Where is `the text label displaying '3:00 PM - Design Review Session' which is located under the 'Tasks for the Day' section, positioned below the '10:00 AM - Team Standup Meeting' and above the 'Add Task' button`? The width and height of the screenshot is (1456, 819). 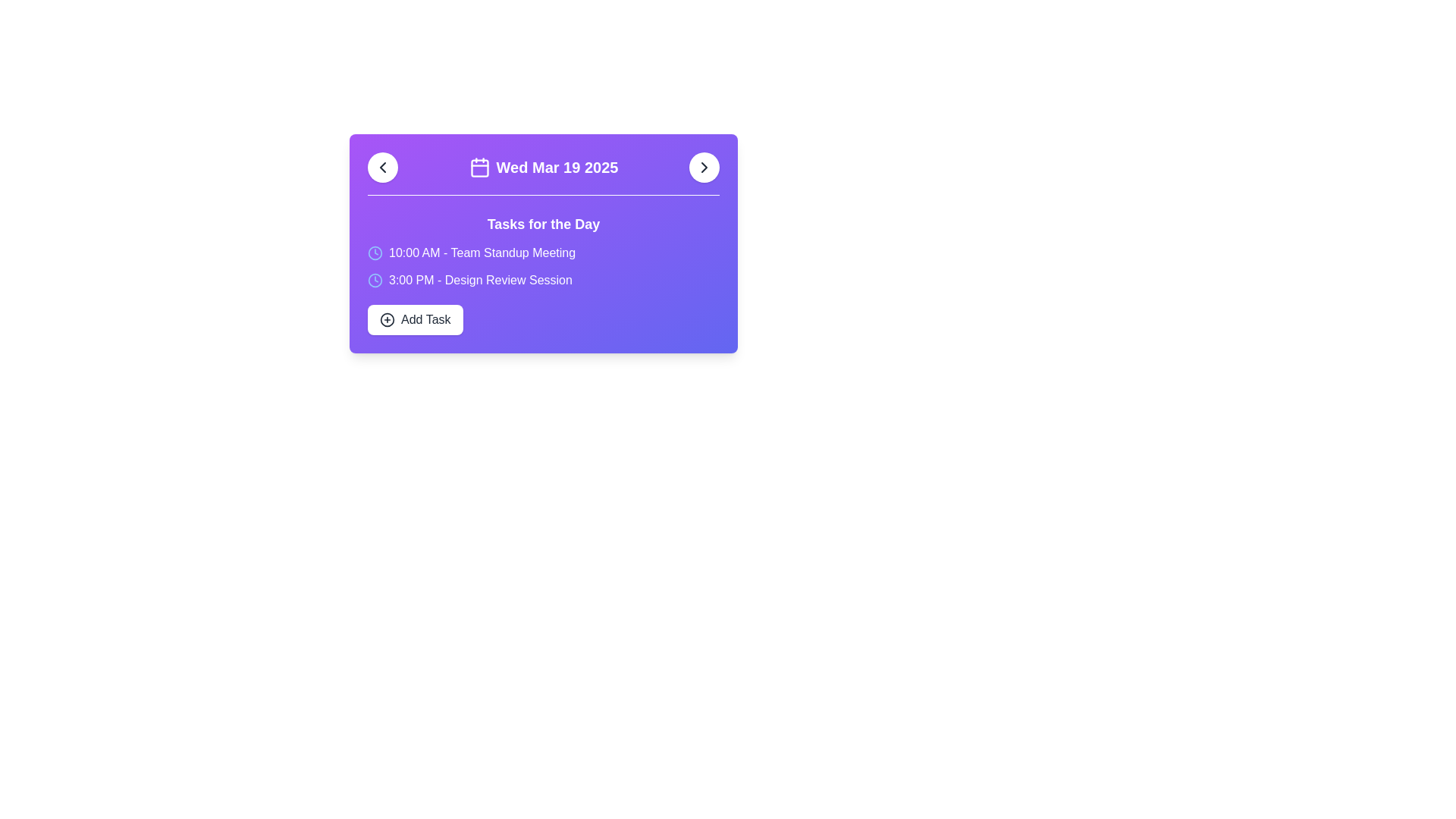 the text label displaying '3:00 PM - Design Review Session' which is located under the 'Tasks for the Day' section, positioned below the '10:00 AM - Team Standup Meeting' and above the 'Add Task' button is located at coordinates (479, 281).